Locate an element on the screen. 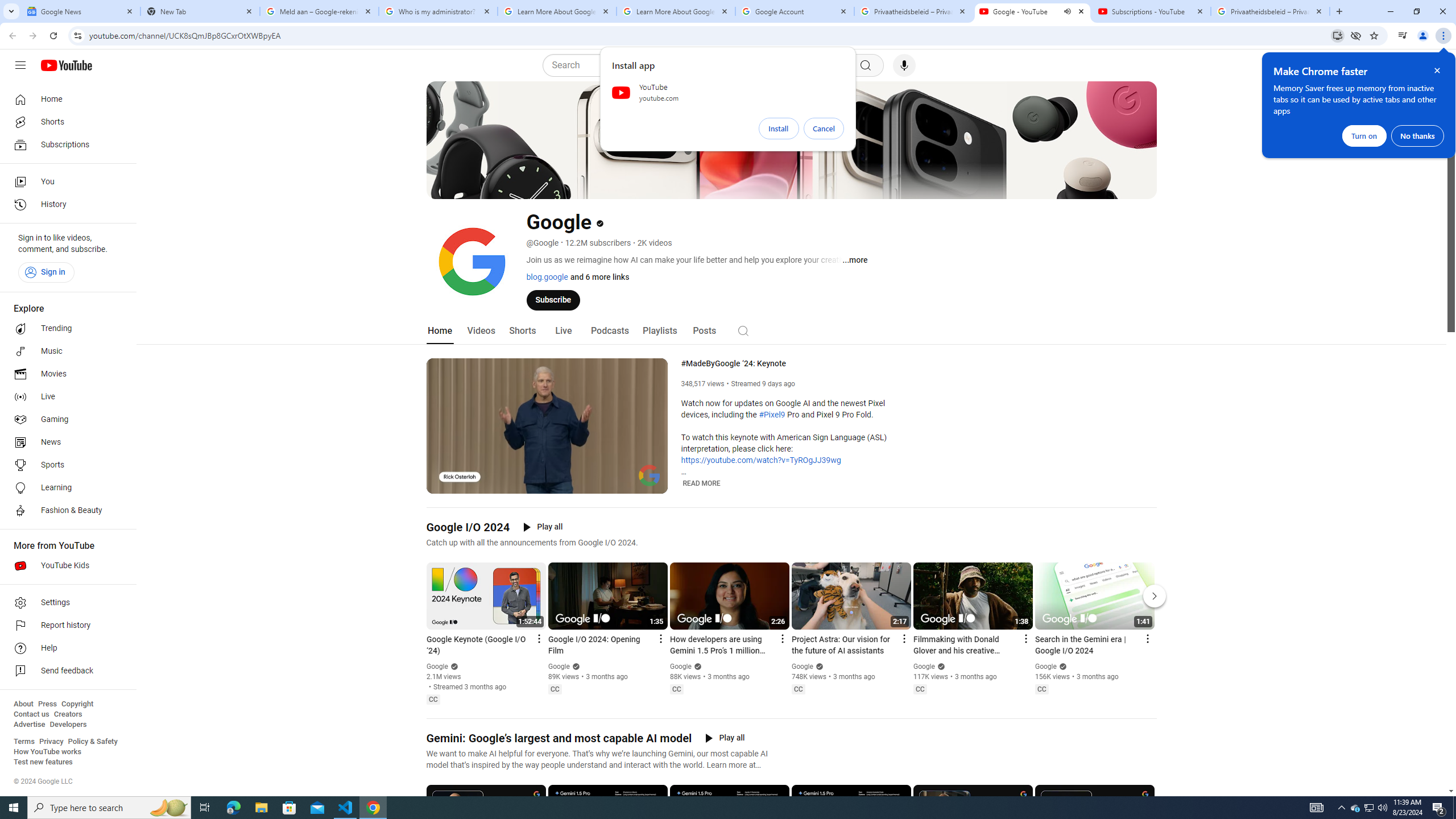  'Posts' is located at coordinates (703, 330).